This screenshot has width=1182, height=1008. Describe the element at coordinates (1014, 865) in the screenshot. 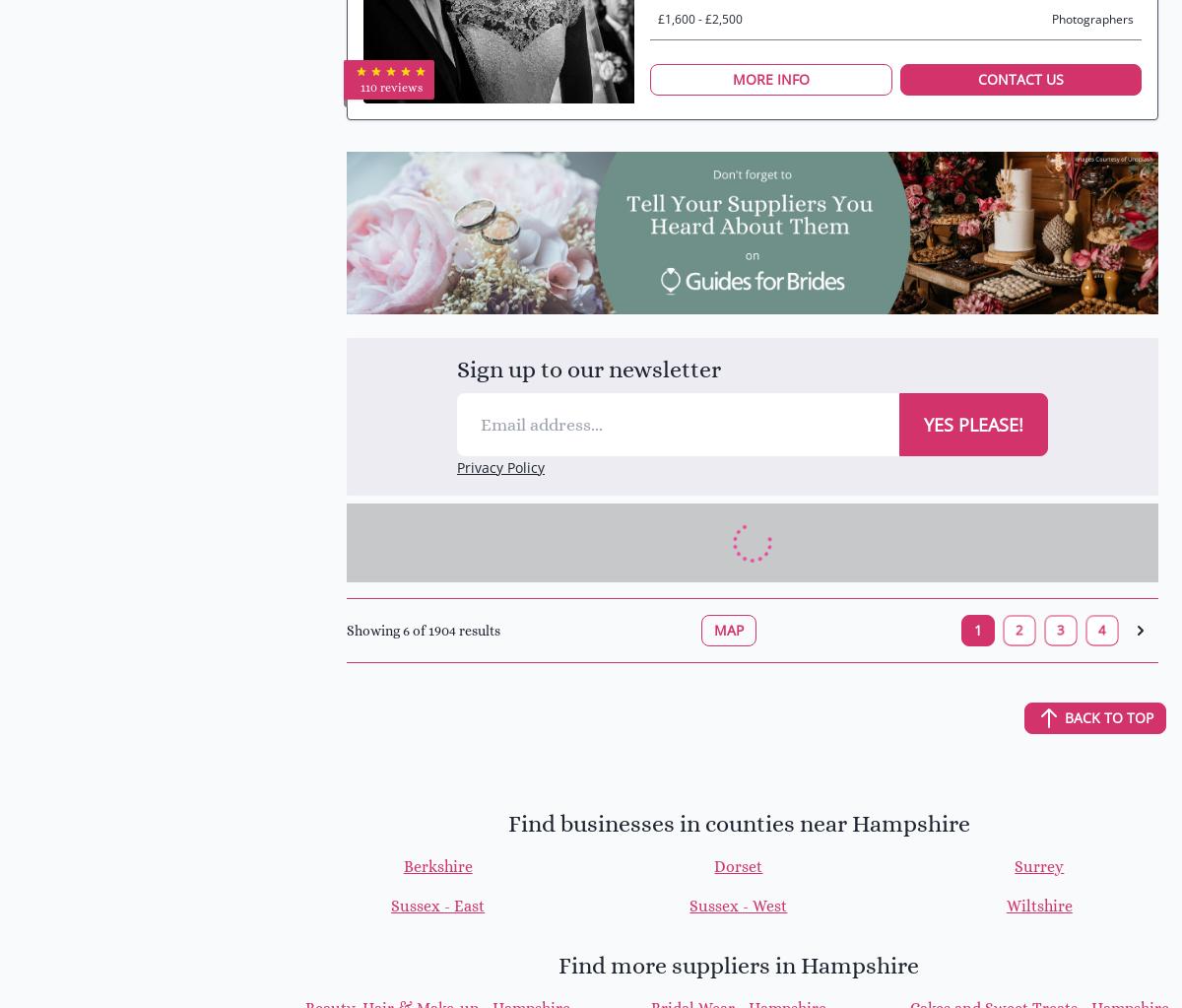

I see `'Surrey'` at that location.